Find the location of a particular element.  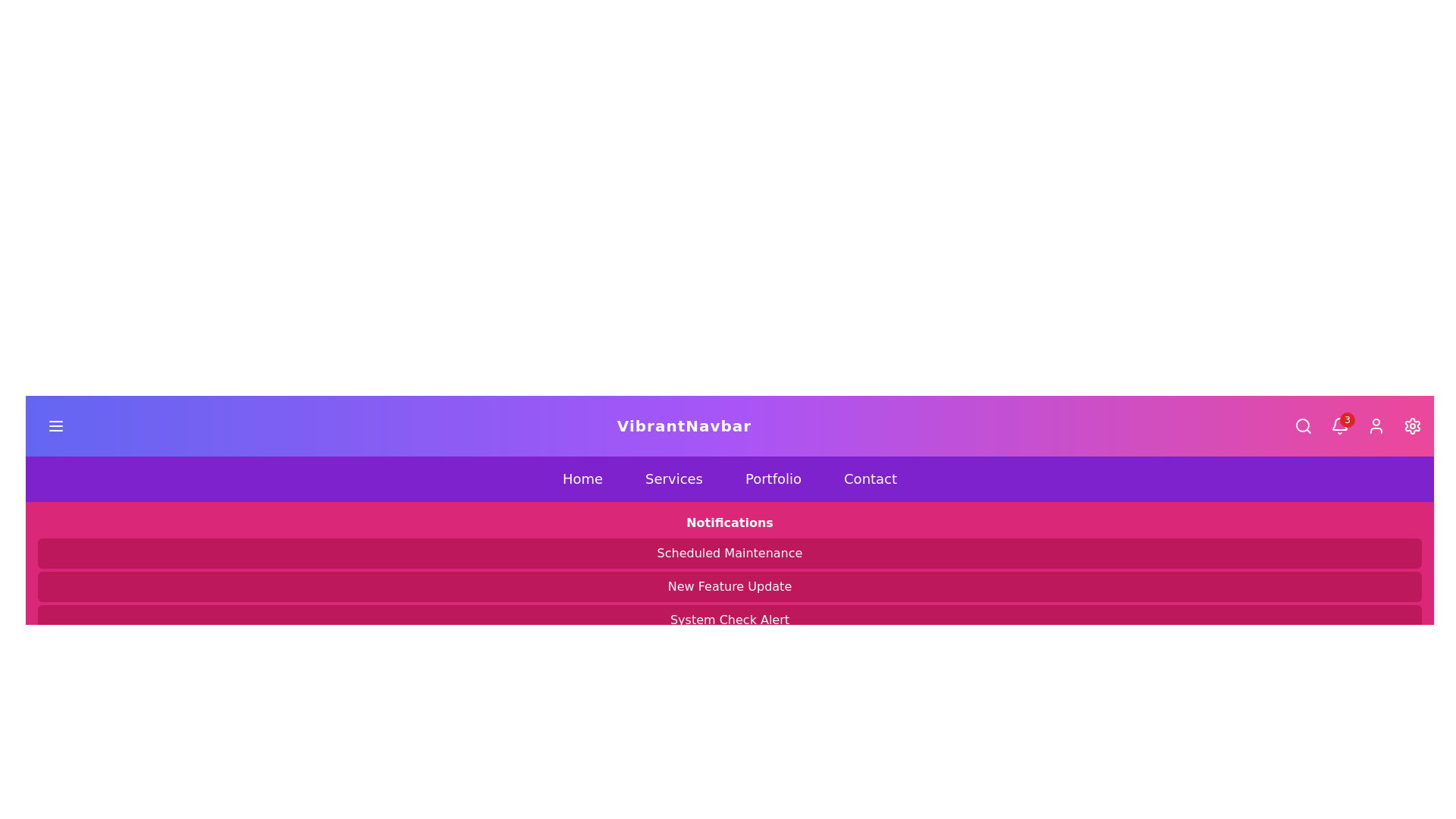

the 'Services' button, which is a purple rectangular button with white text, to trigger the visual hover effect is located at coordinates (673, 479).